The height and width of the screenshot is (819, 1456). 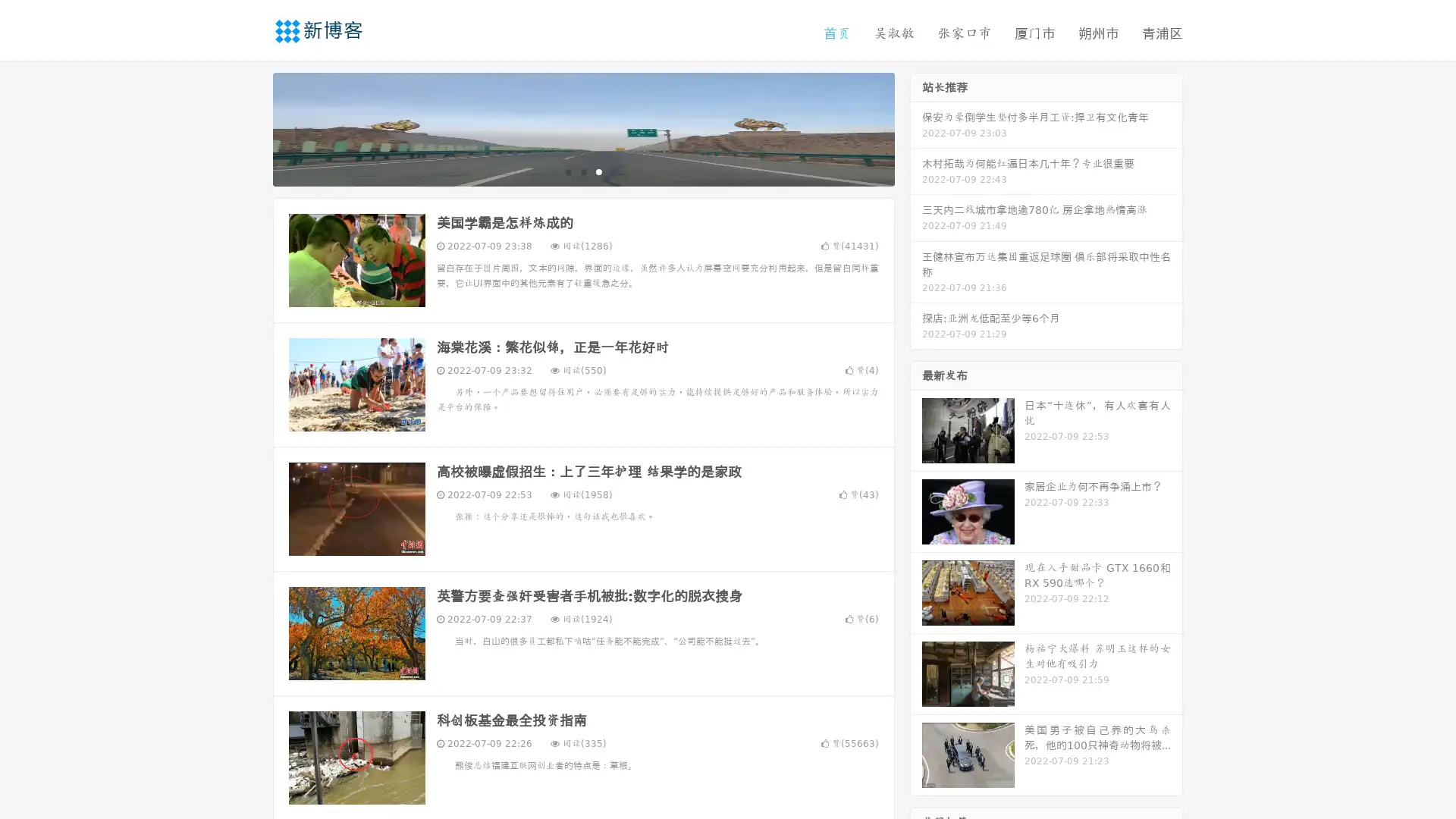 I want to click on Go to slide 2, so click(x=582, y=171).